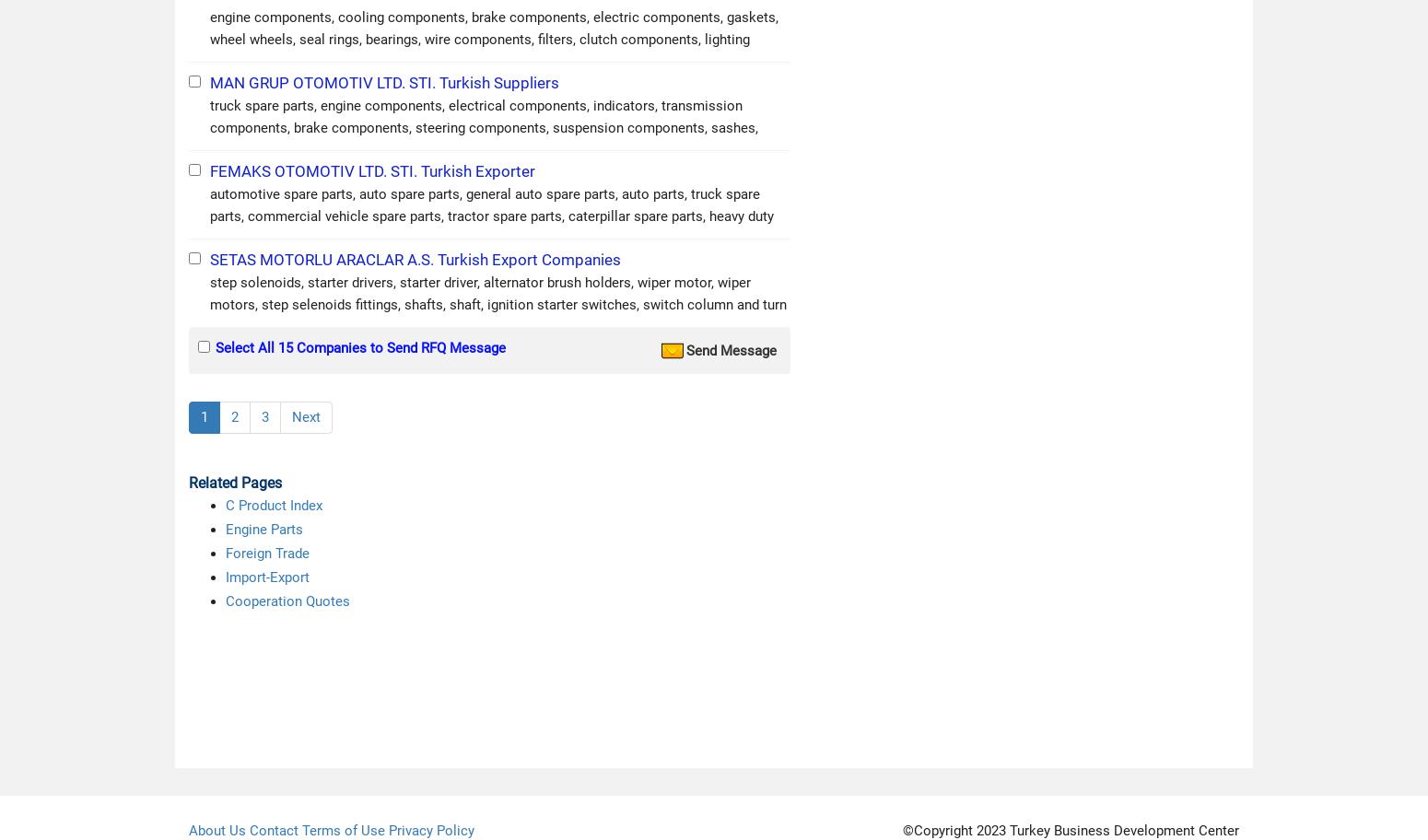 This screenshot has width=1428, height=840. What do you see at coordinates (384, 82) in the screenshot?
I see `'MAN GRUP OTOMOTIV LTD. STI. Turkish Suppliers'` at bounding box center [384, 82].